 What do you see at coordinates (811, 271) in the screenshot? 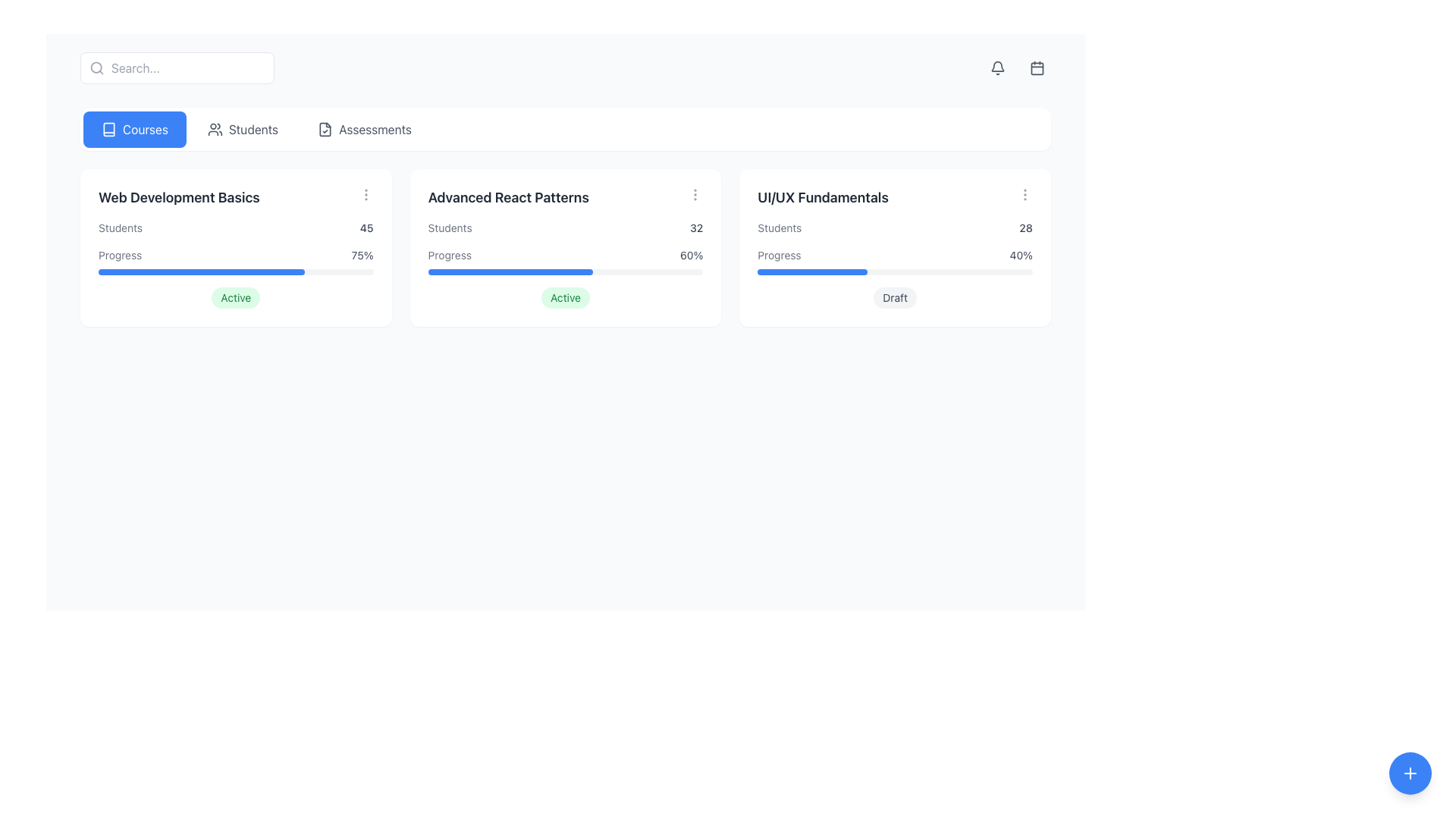
I see `the filled portion of the progress bar in the 'UI/UX Fundamentals' card, which is visually represented by a blue color and is located at approximately 40% of the width from the left side of the progress bar` at bounding box center [811, 271].